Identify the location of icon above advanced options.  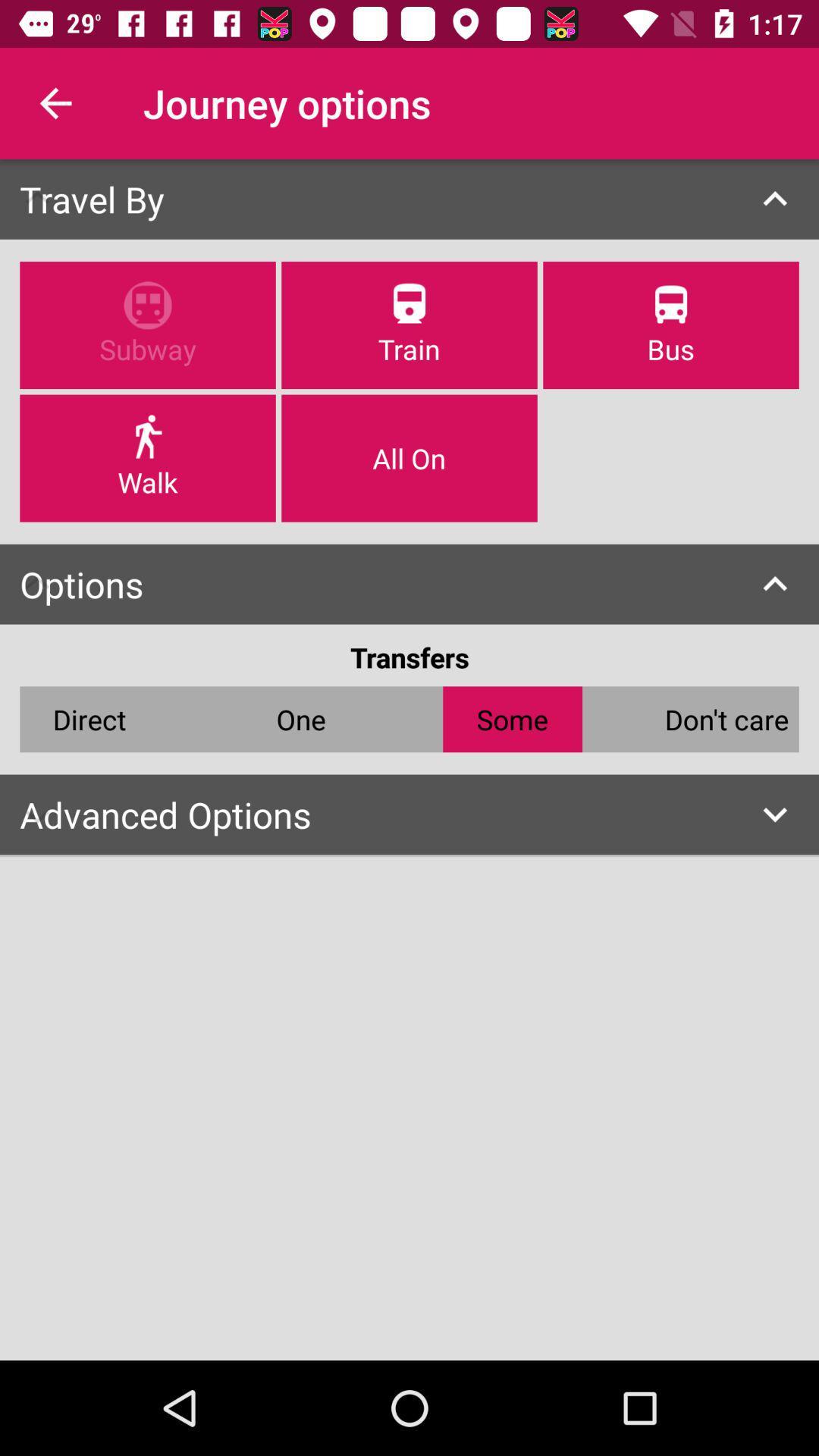
(89, 718).